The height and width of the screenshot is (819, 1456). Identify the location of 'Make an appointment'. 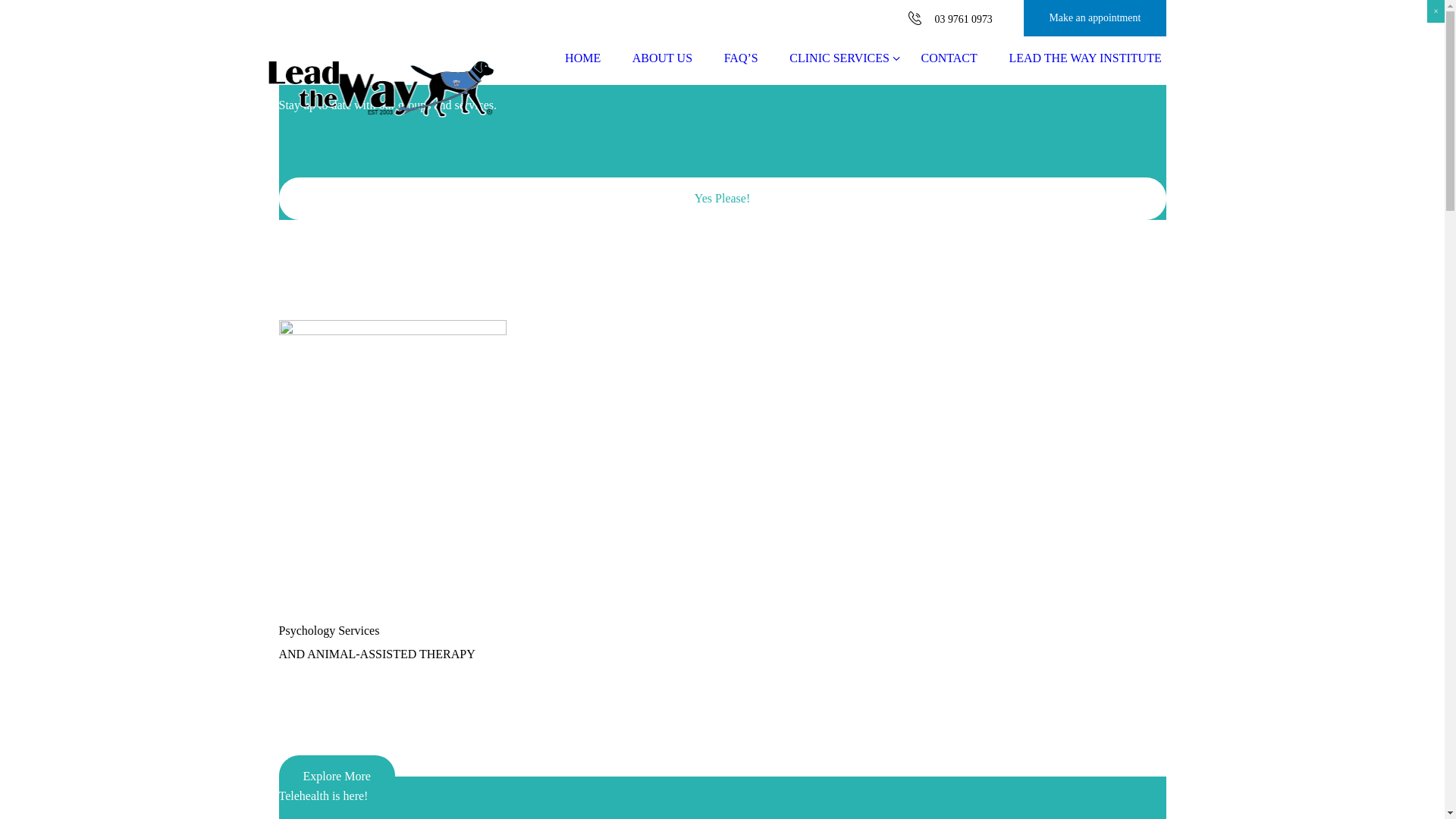
(1095, 17).